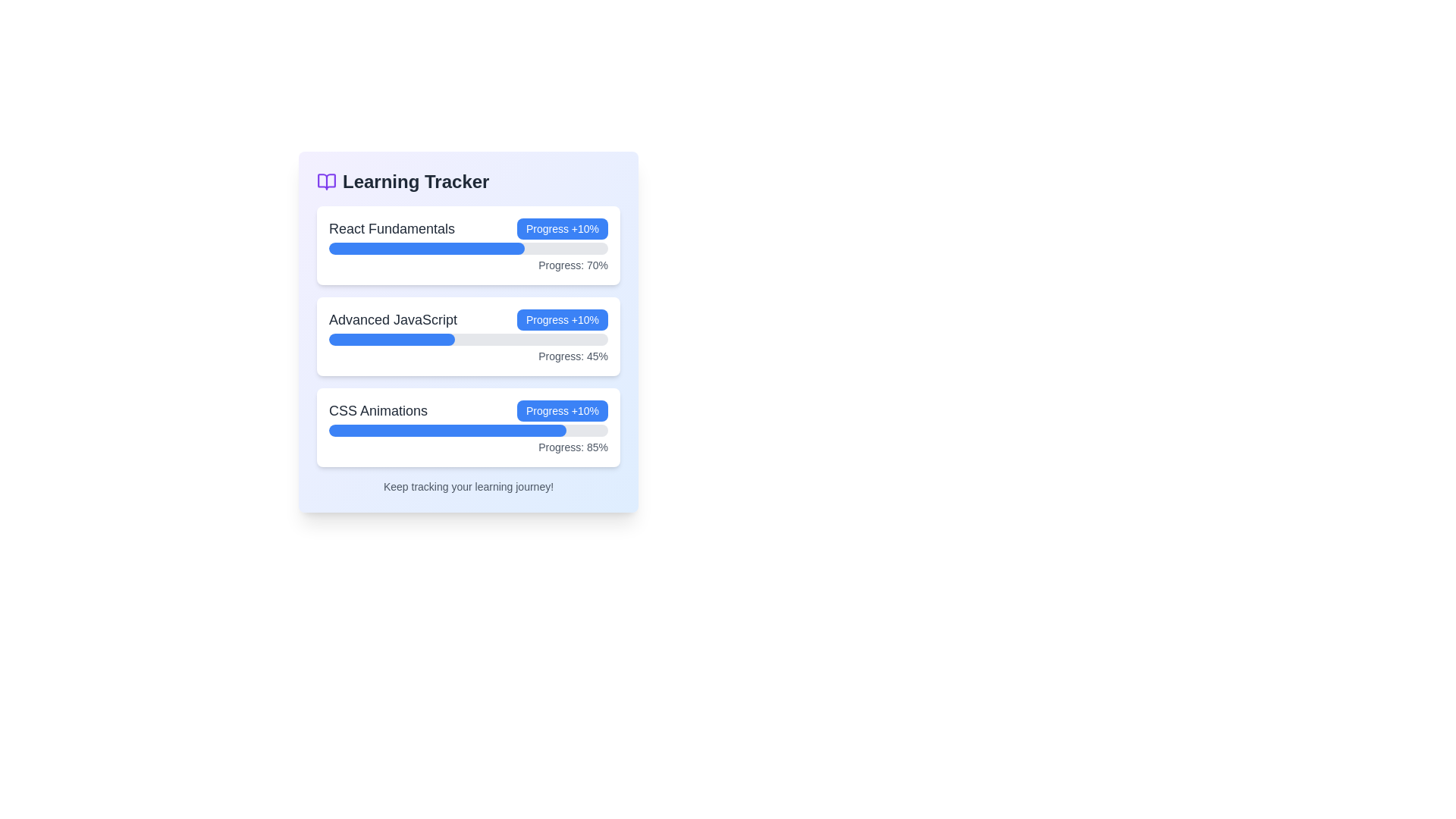 The width and height of the screenshot is (1456, 819). What do you see at coordinates (561, 411) in the screenshot?
I see `the button that increments the progress for 'CSS Animations' by 10%` at bounding box center [561, 411].